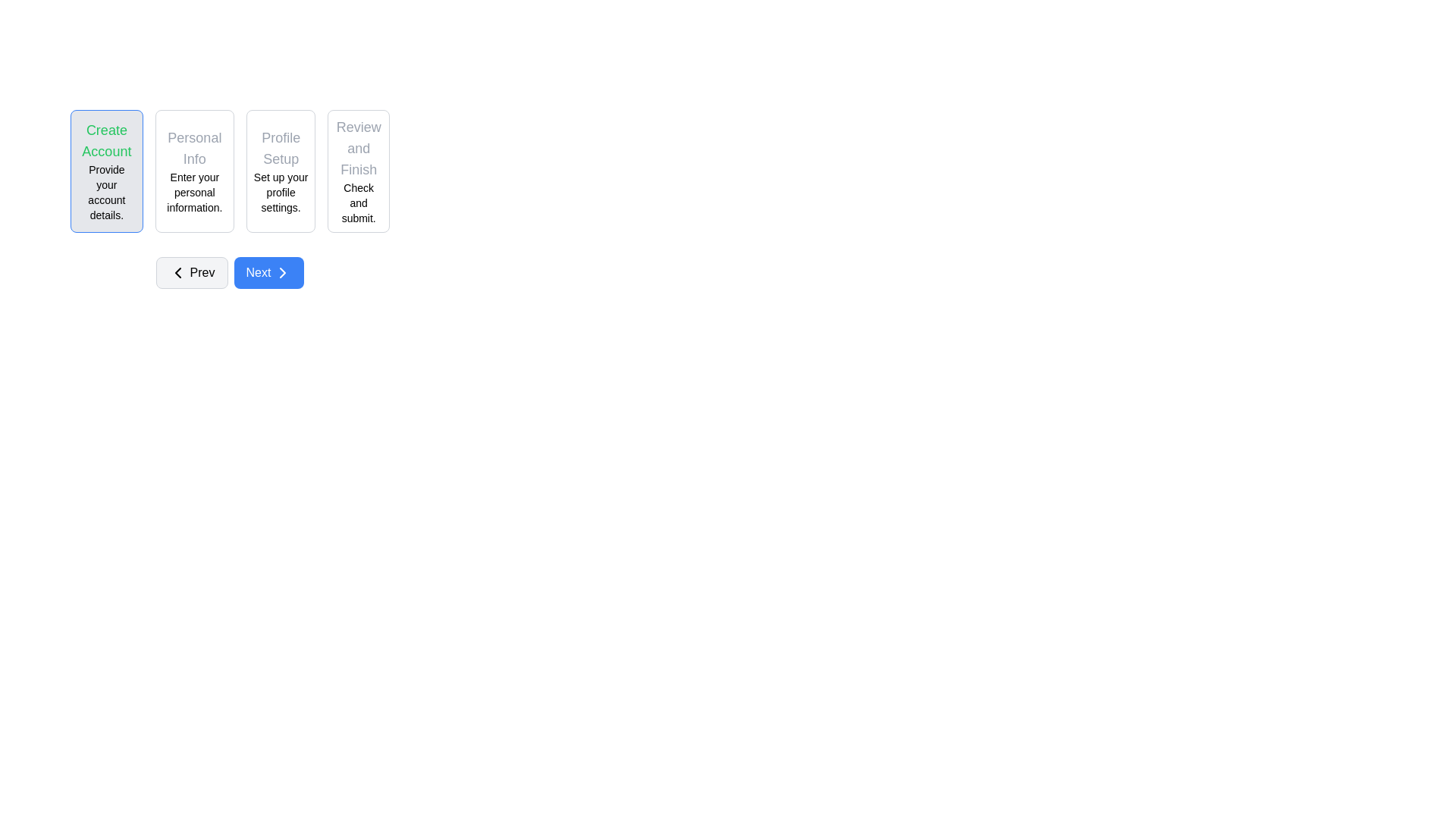  Describe the element at coordinates (177, 271) in the screenshot. I see `the left-facing chevron arrow symbol on the 'Prev' button` at that location.